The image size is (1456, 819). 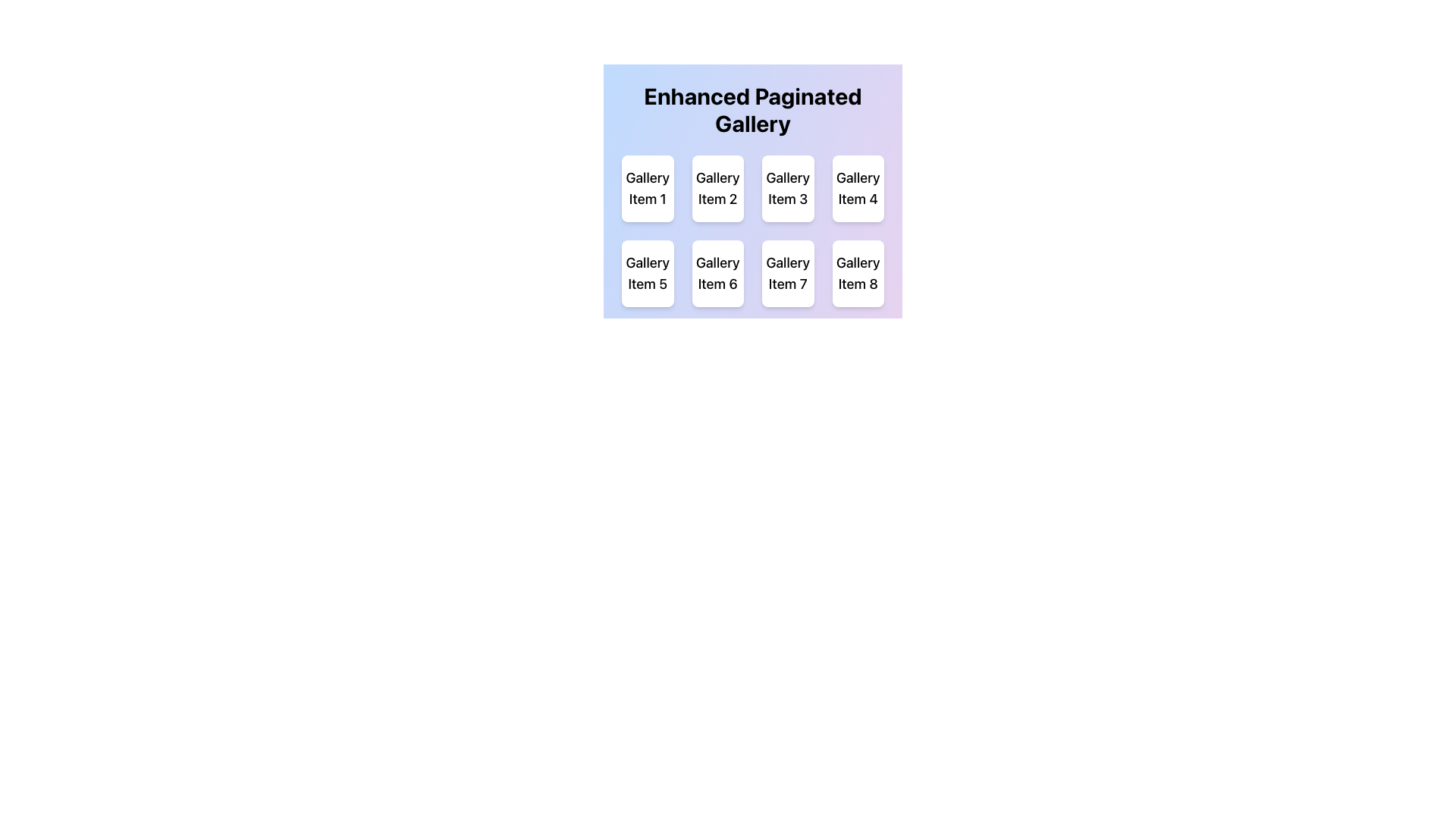 What do you see at coordinates (858, 188) in the screenshot?
I see `the fourth card in the gallery displaying 'Gallery Item 4', which is styled as a white rounded rectangle with a shadow effect` at bounding box center [858, 188].